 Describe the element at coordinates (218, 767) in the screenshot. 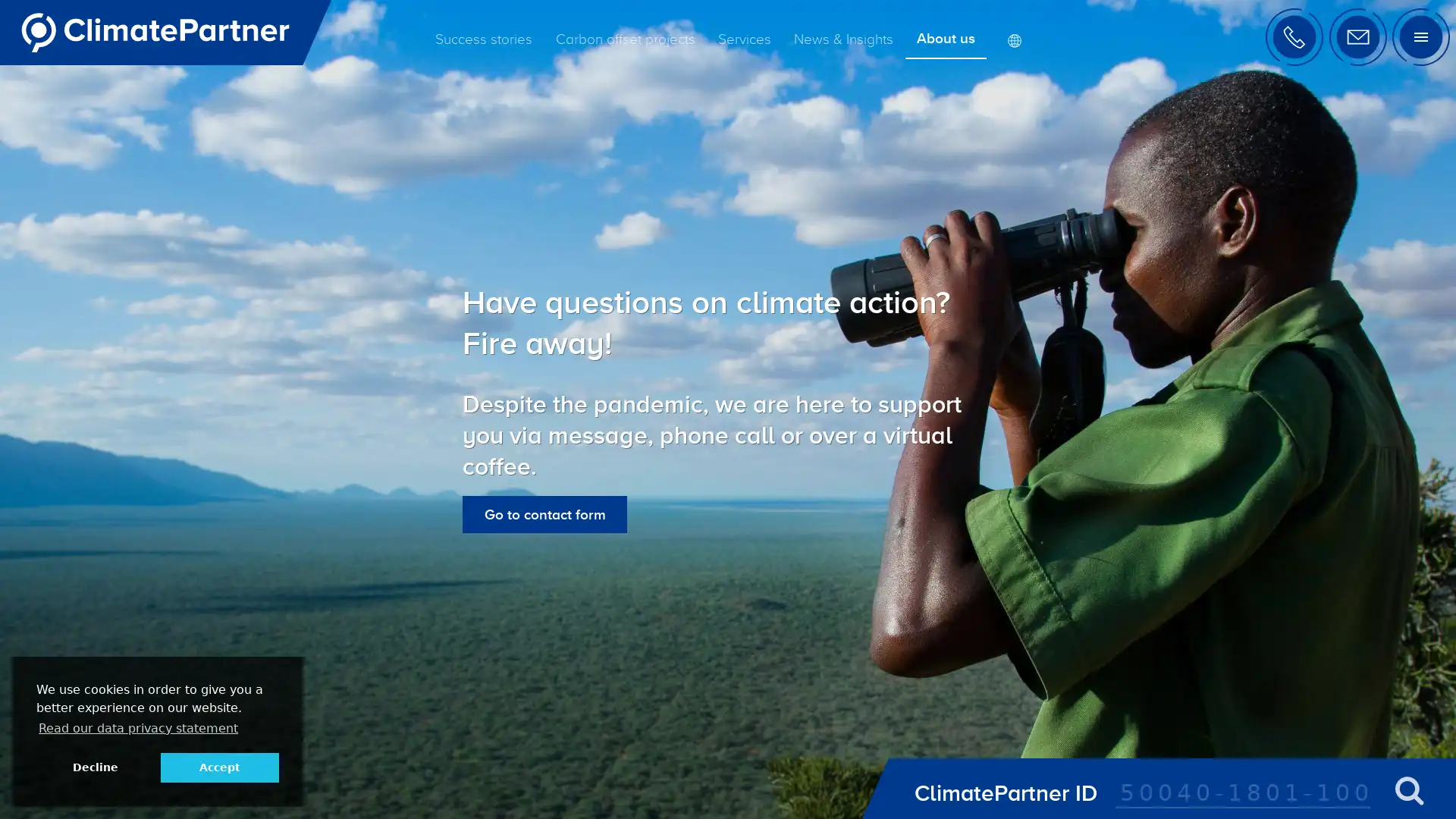

I see `allow cookies` at that location.